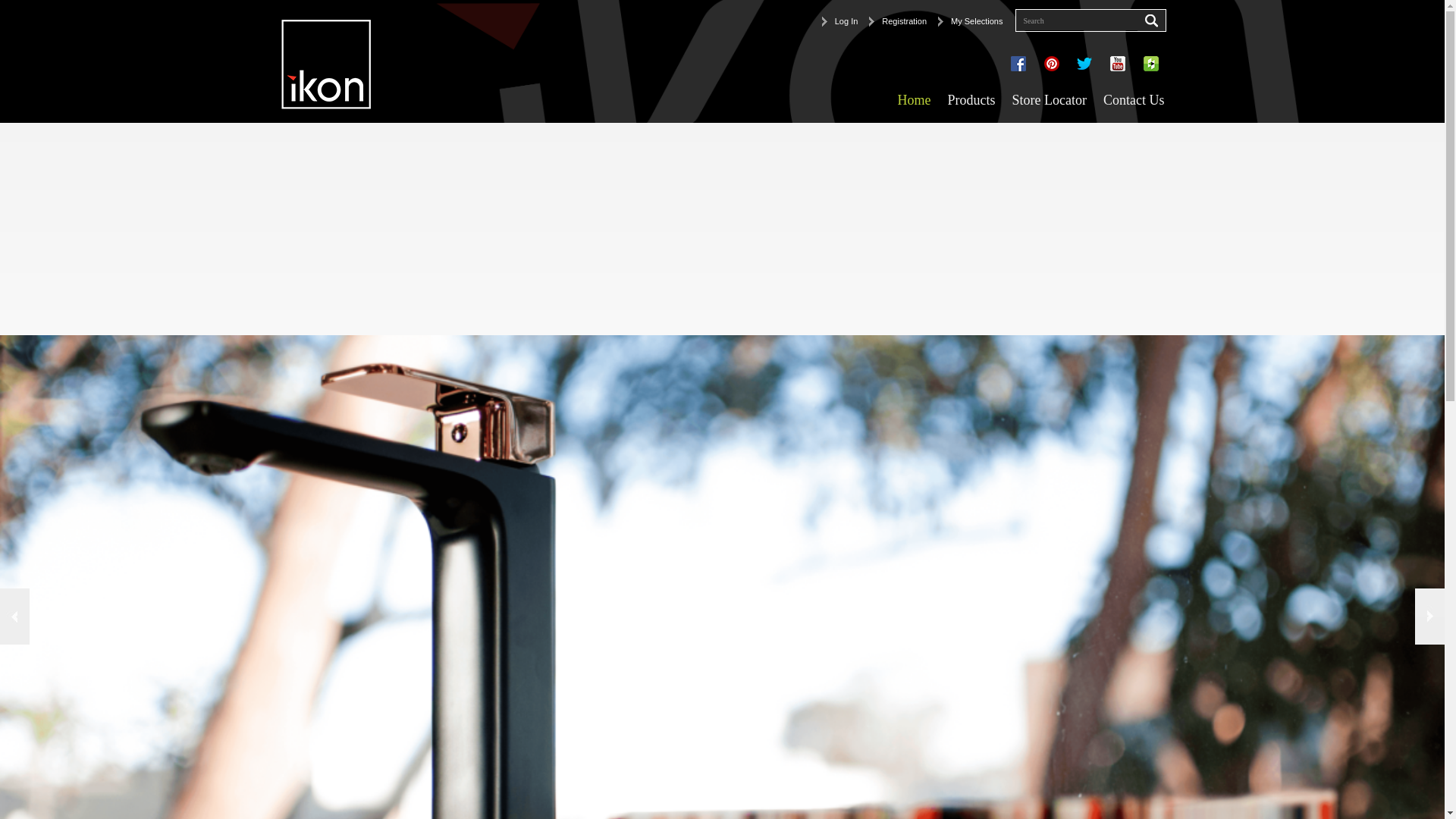 This screenshot has width=1456, height=819. Describe the element at coordinates (839, 20) in the screenshot. I see `'Log In'` at that location.